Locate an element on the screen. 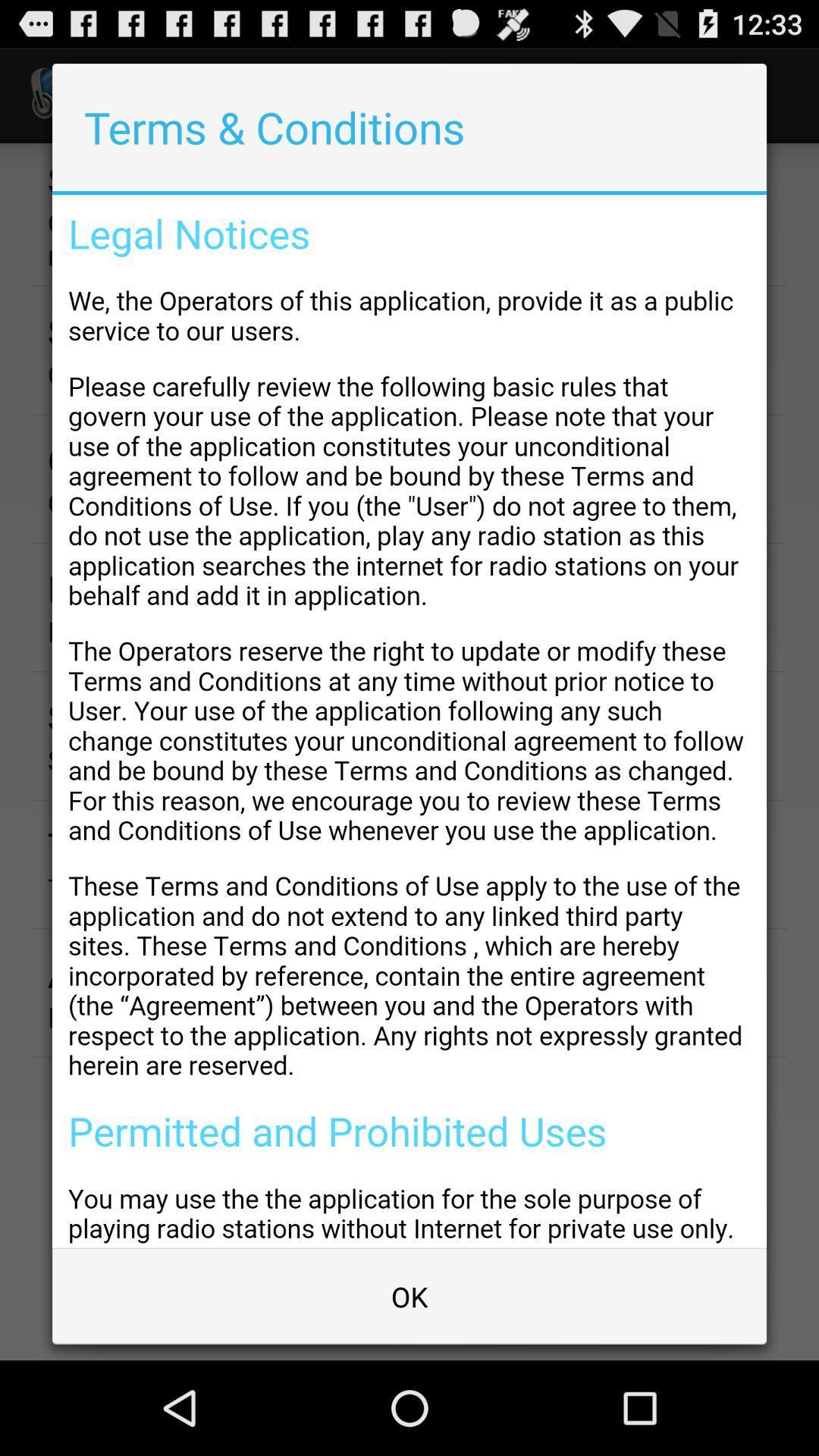 The width and height of the screenshot is (819, 1456). terms of service is located at coordinates (409, 720).